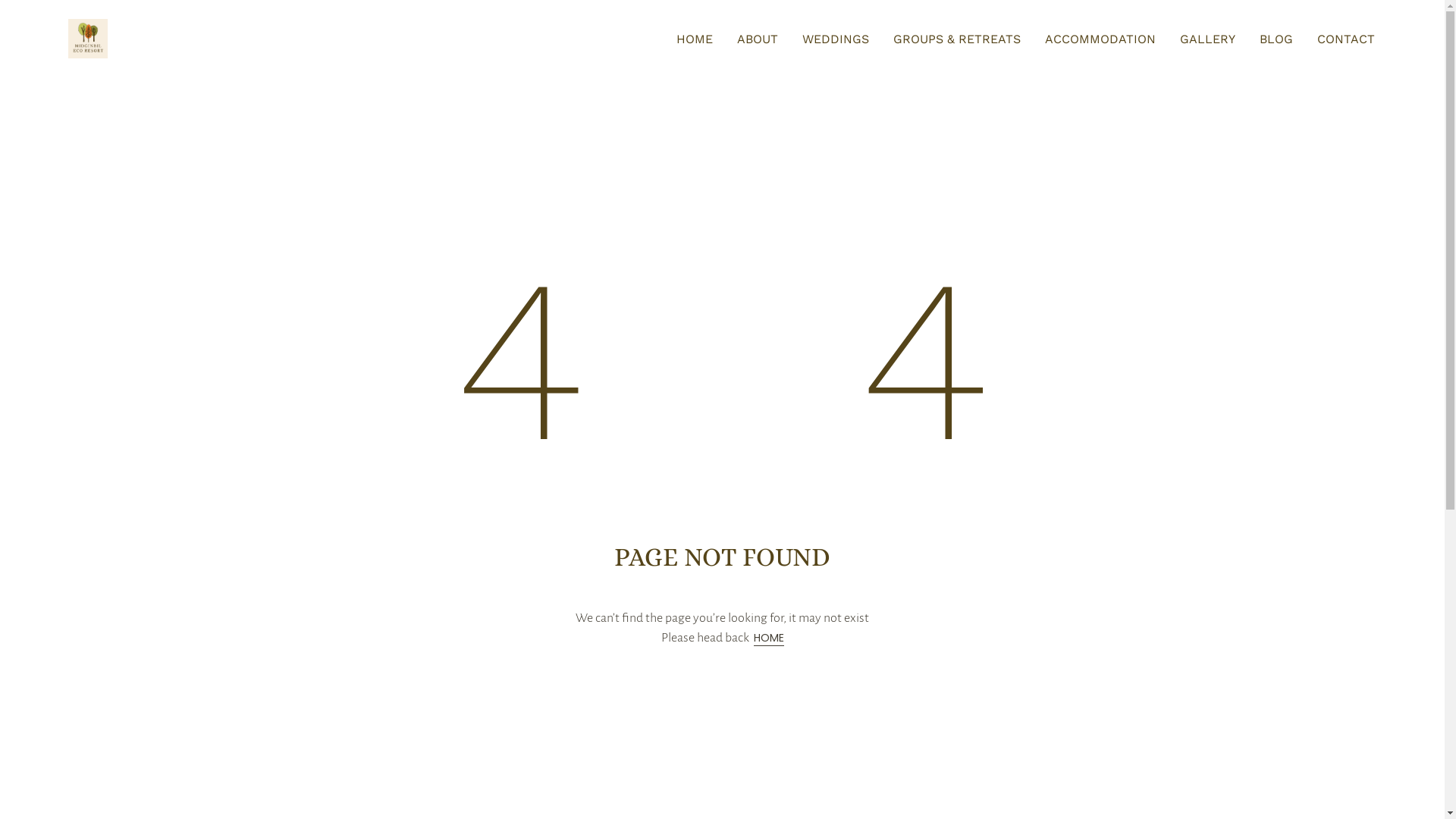  I want to click on 'GROUPS & RETREATS', so click(956, 38).